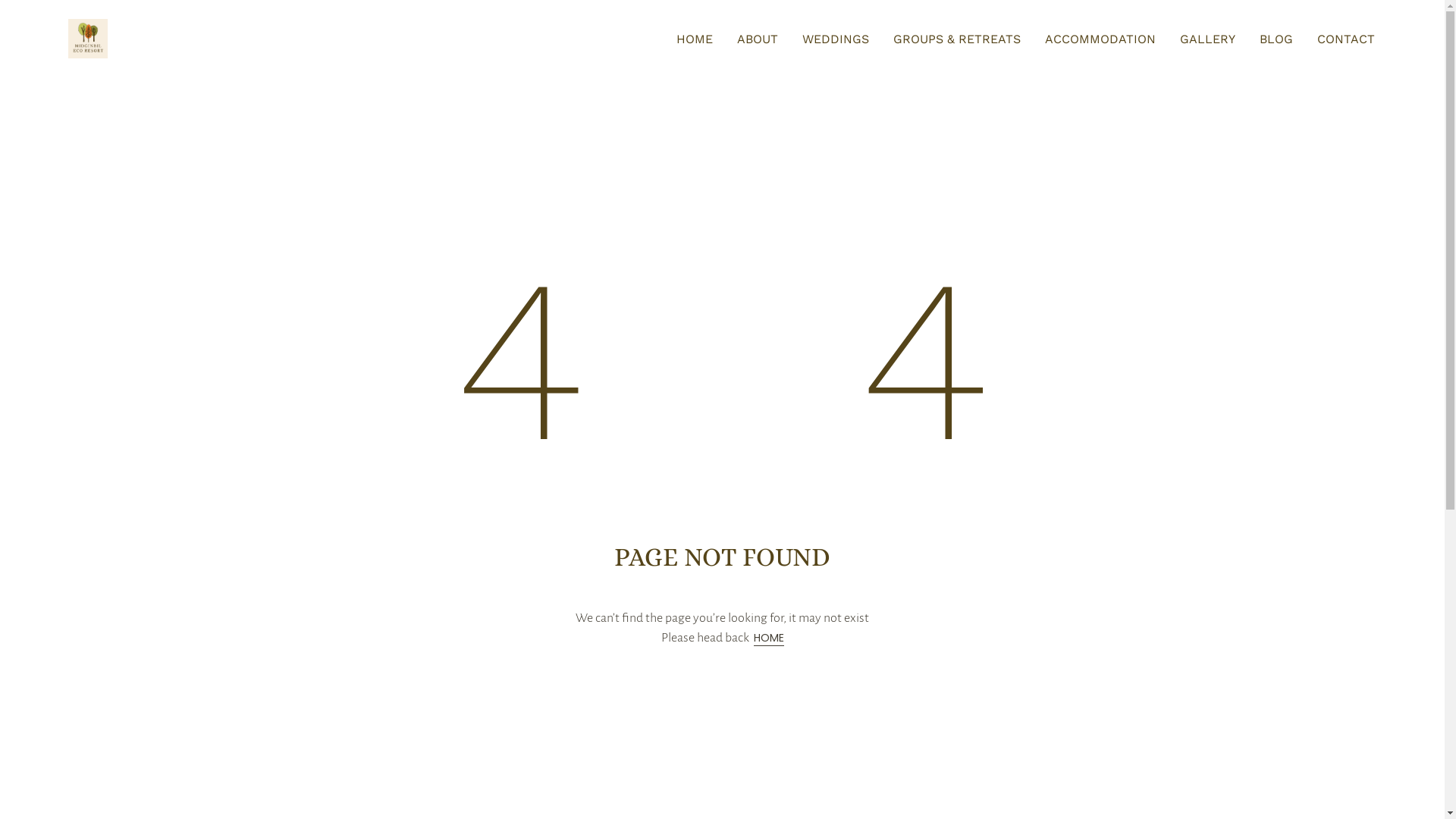  I want to click on 'GROUPS & RETREATS', so click(956, 38).